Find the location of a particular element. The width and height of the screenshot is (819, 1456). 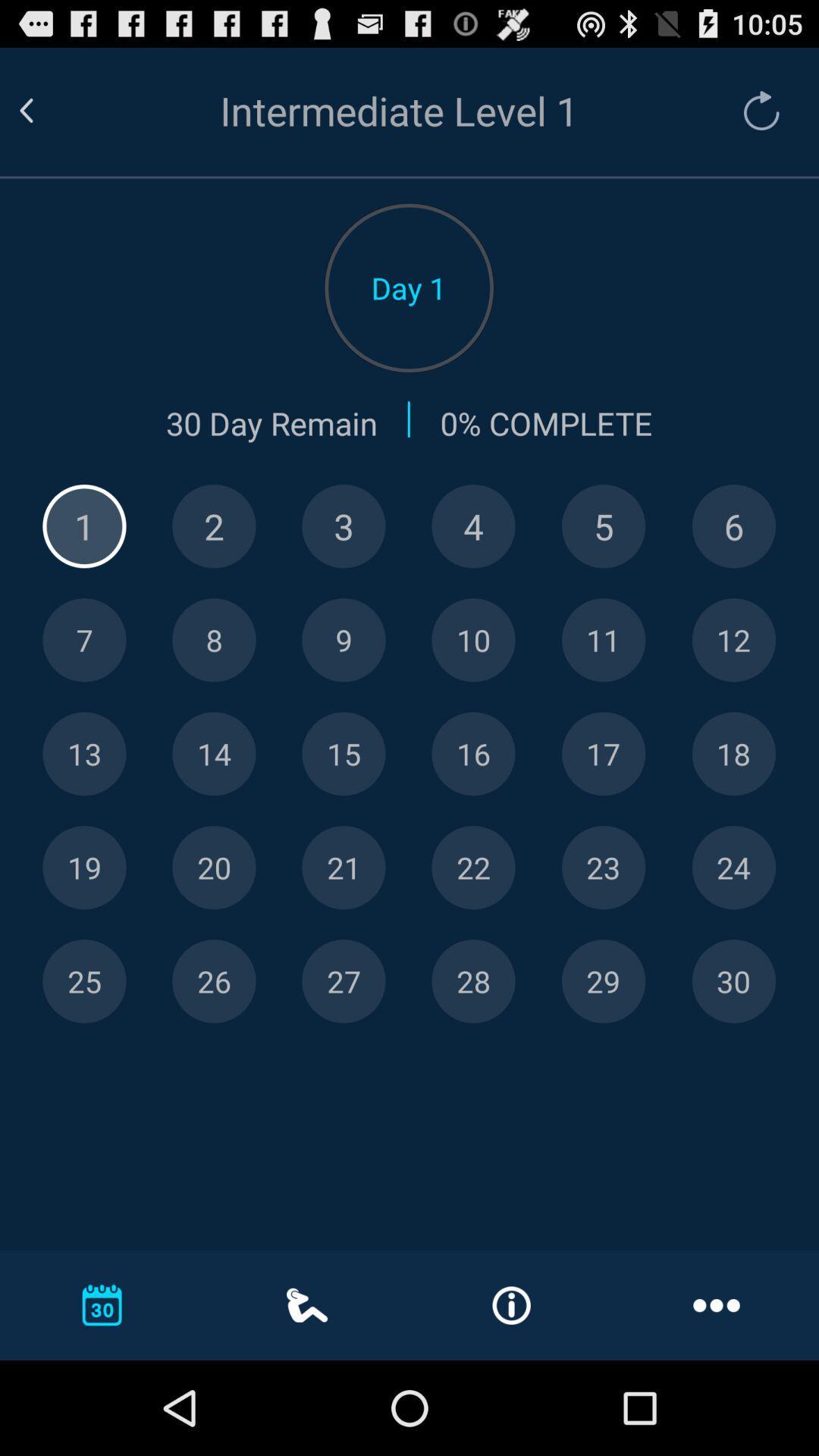

the navigation icon is located at coordinates (603, 805).